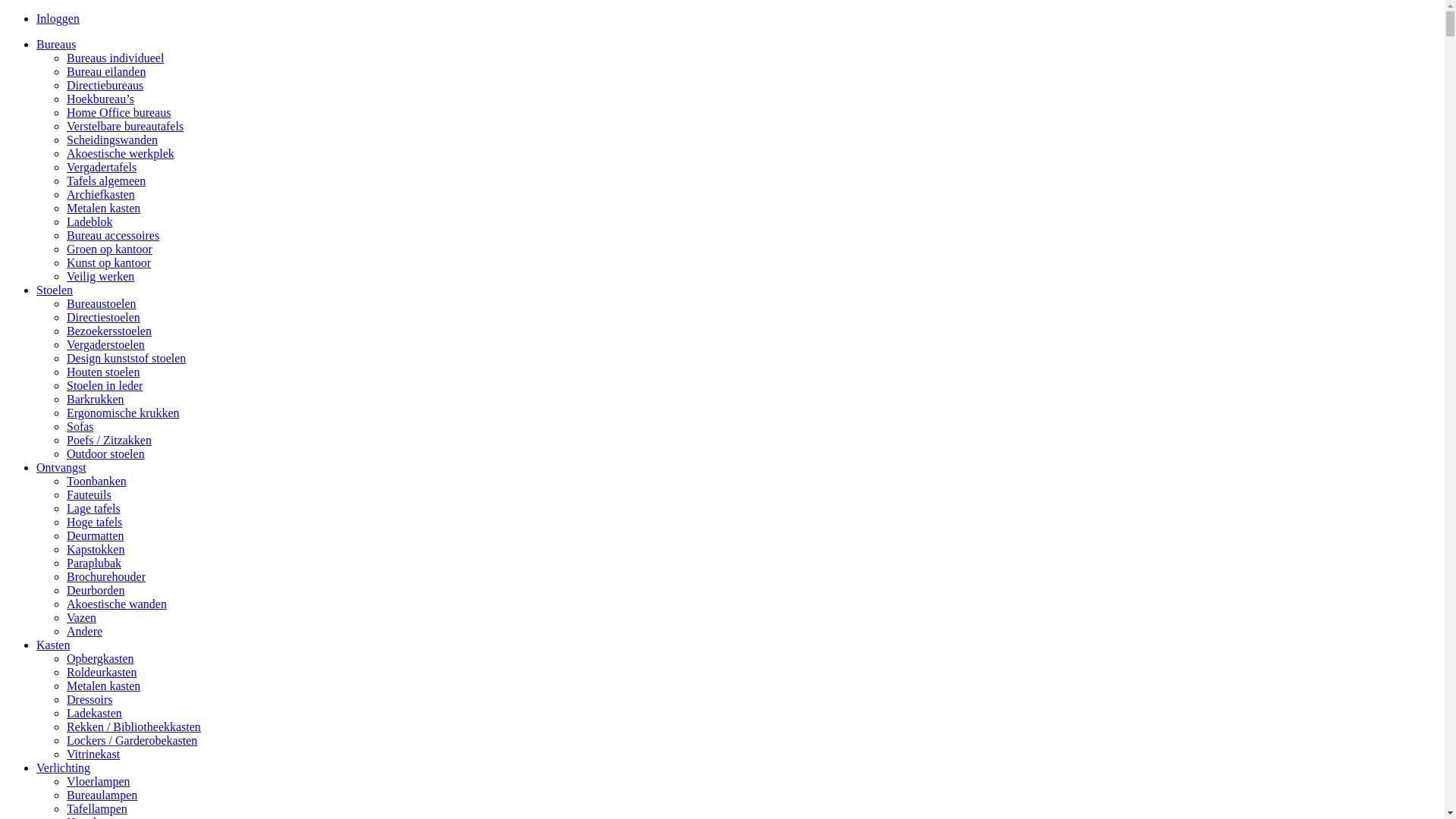 This screenshot has width=1456, height=819. What do you see at coordinates (102, 372) in the screenshot?
I see `'Houten stoelen'` at bounding box center [102, 372].